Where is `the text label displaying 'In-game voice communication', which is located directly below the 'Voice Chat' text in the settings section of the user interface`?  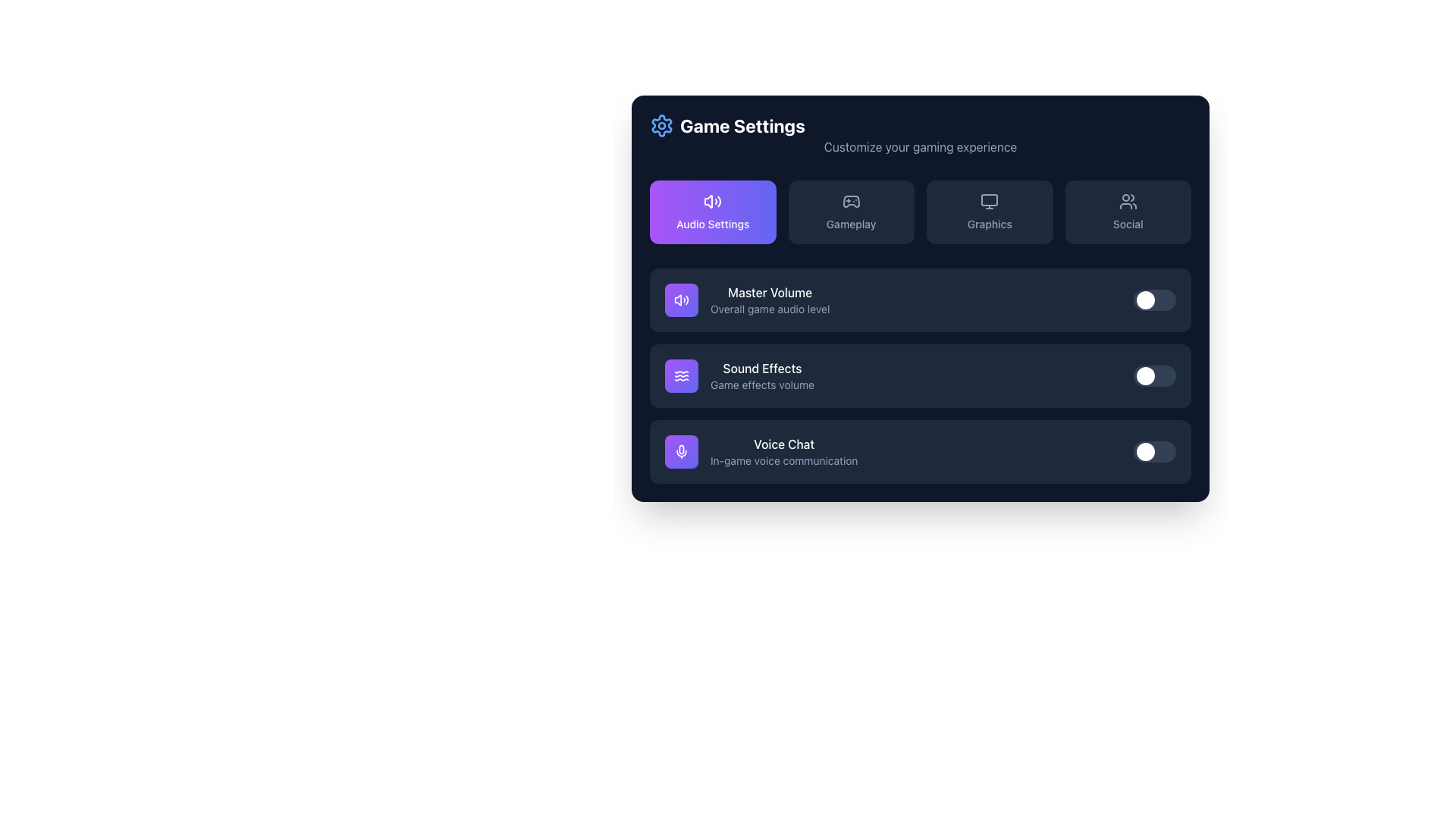
the text label displaying 'In-game voice communication', which is located directly below the 'Voice Chat' text in the settings section of the user interface is located at coordinates (784, 460).